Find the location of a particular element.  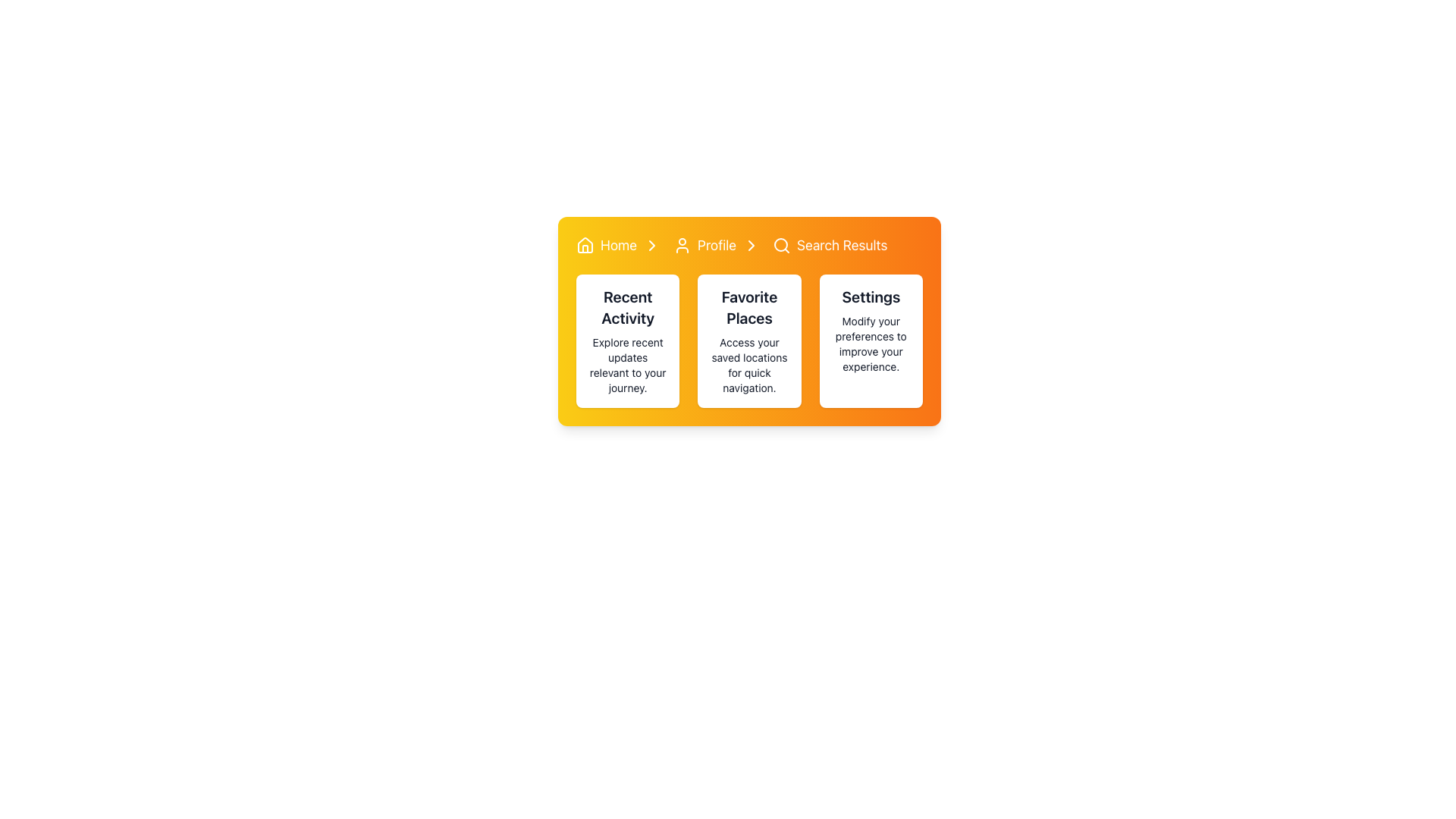

the text label that says 'Access your saved locations for quick navigation.' which is located underneath the heading 'Favorite Places' in the middle card of three is located at coordinates (749, 366).